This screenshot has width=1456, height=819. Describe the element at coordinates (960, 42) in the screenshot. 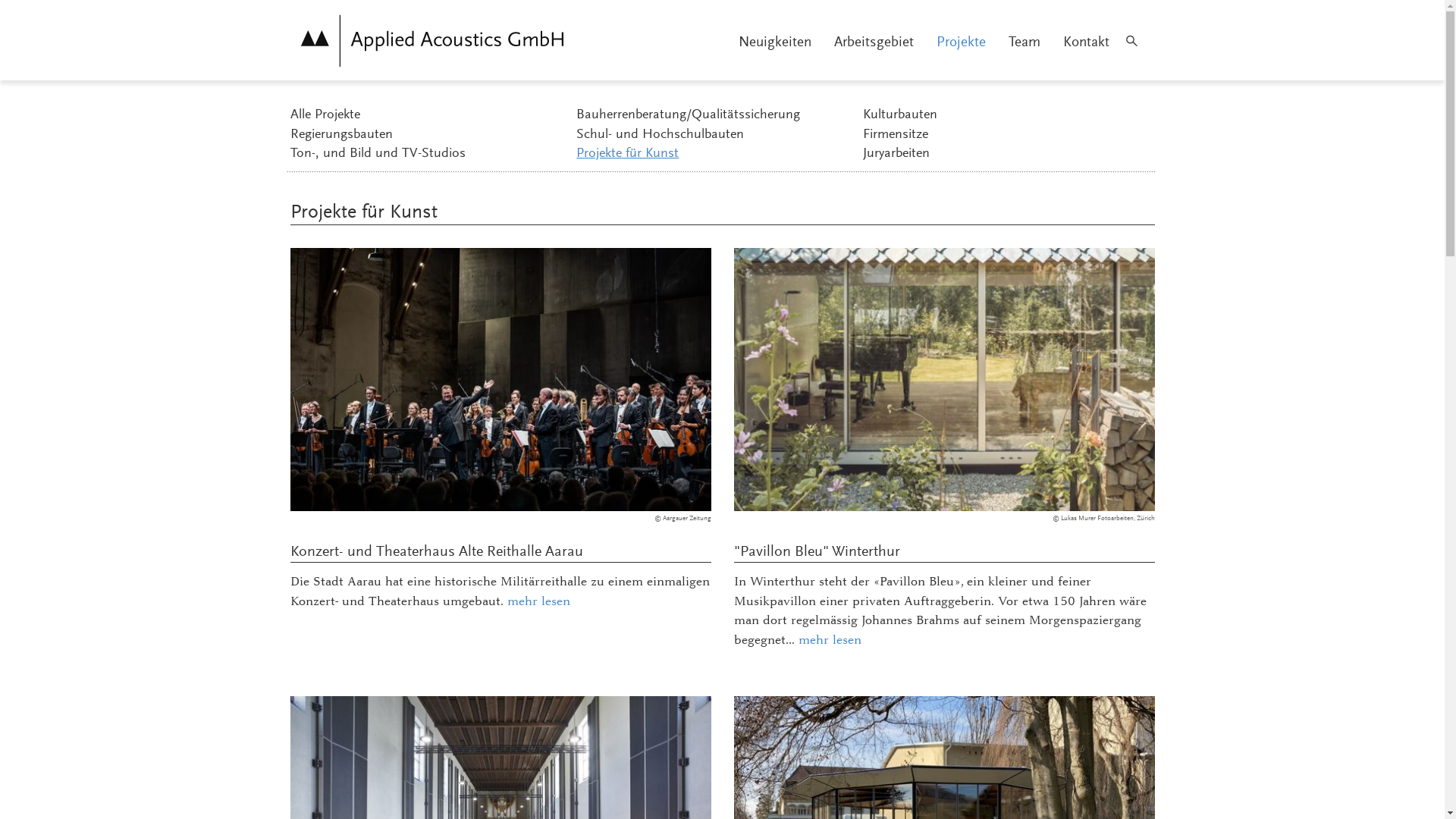

I see `'Projekte'` at that location.